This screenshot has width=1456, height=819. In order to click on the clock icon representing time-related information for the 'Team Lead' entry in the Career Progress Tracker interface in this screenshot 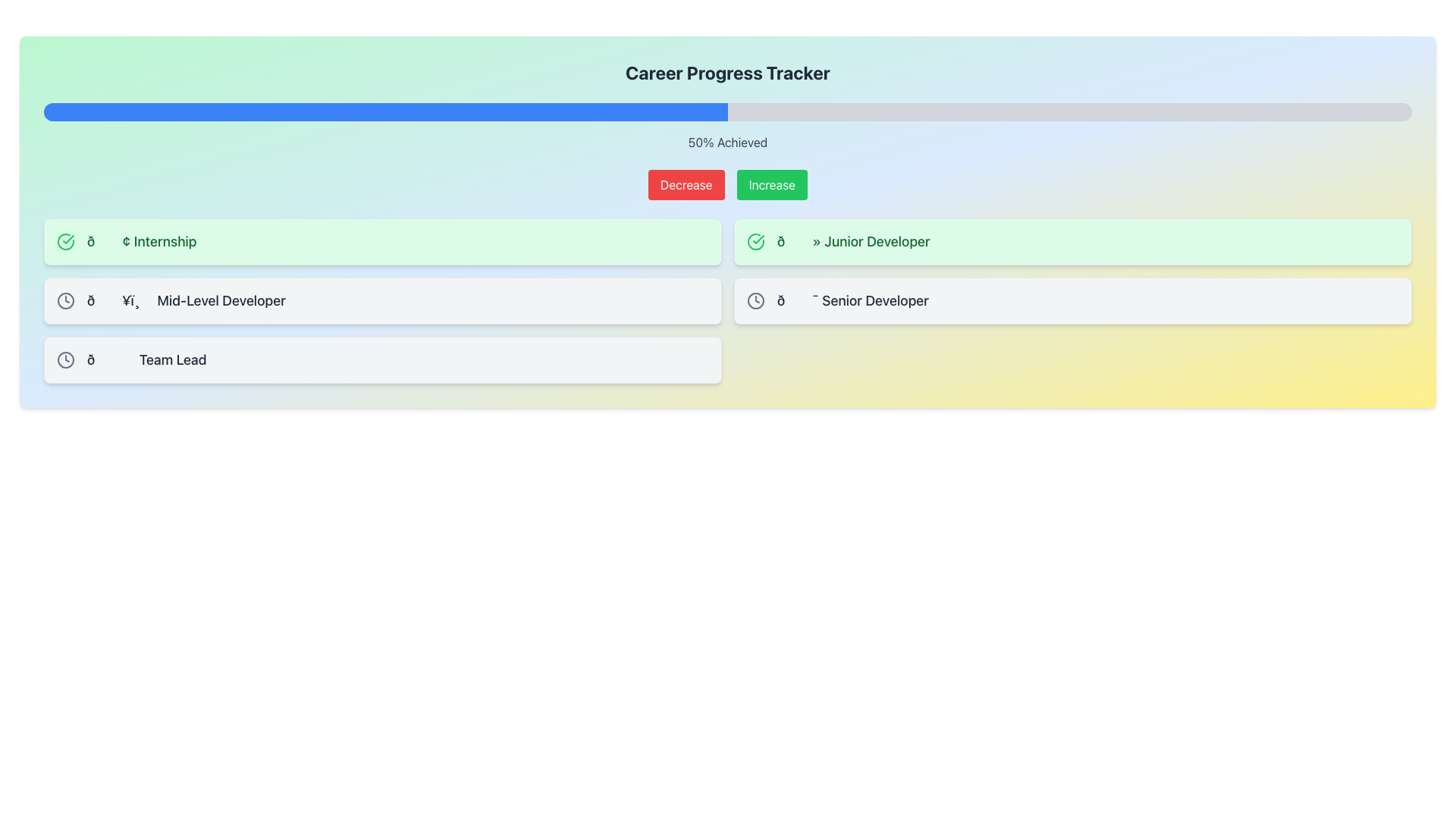, I will do `click(64, 301)`.